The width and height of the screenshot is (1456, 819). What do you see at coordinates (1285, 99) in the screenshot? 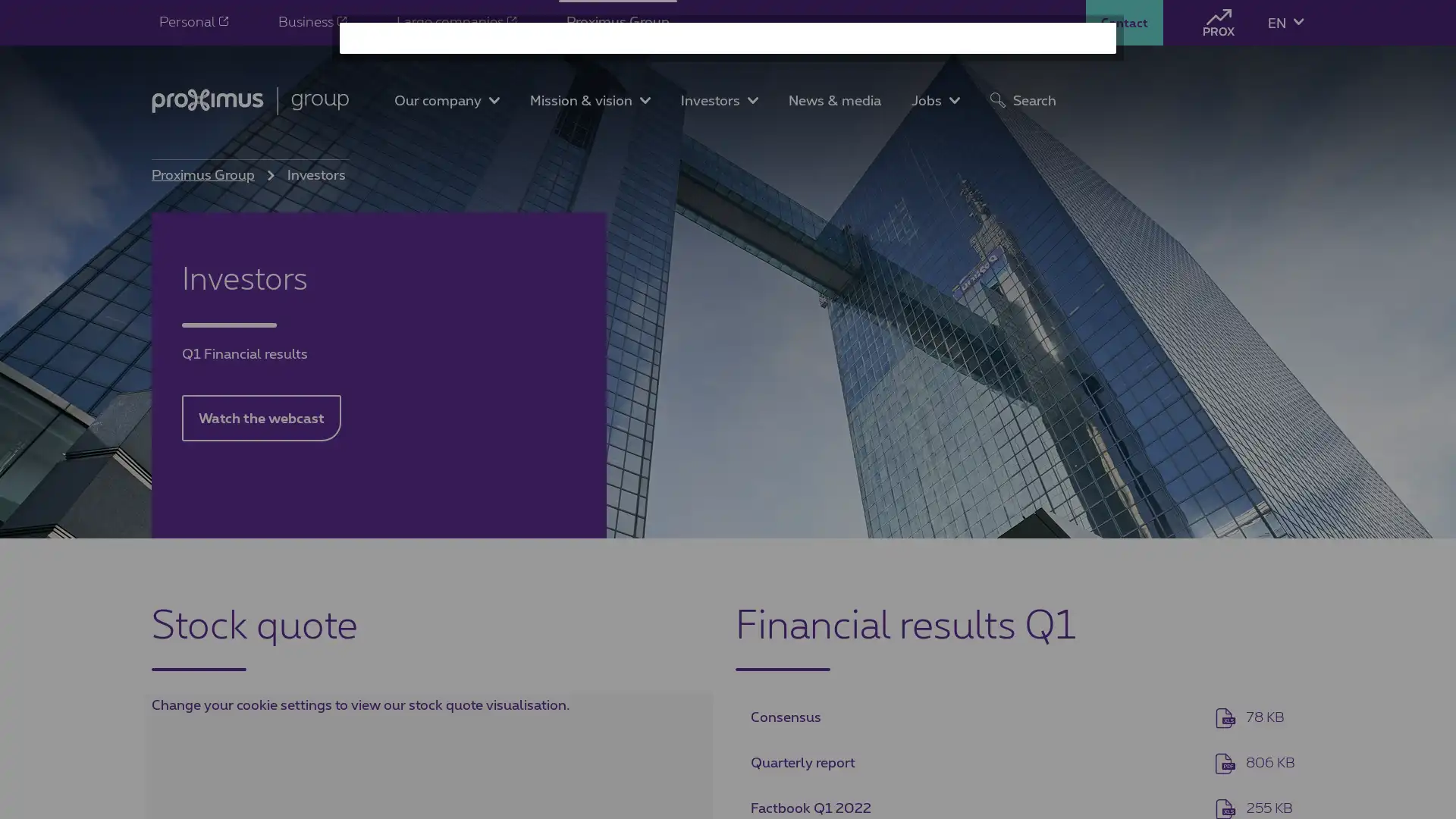
I see `NEW LANGUAGE: NL` at bounding box center [1285, 99].